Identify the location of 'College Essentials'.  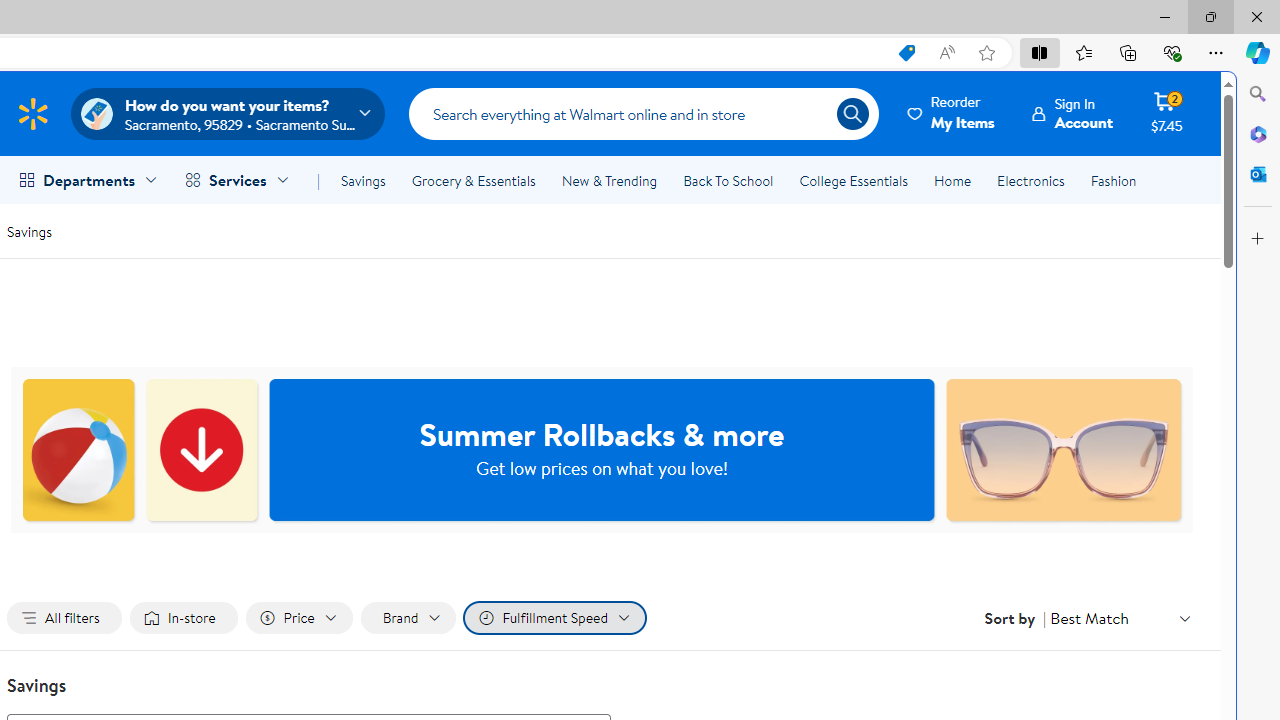
(853, 181).